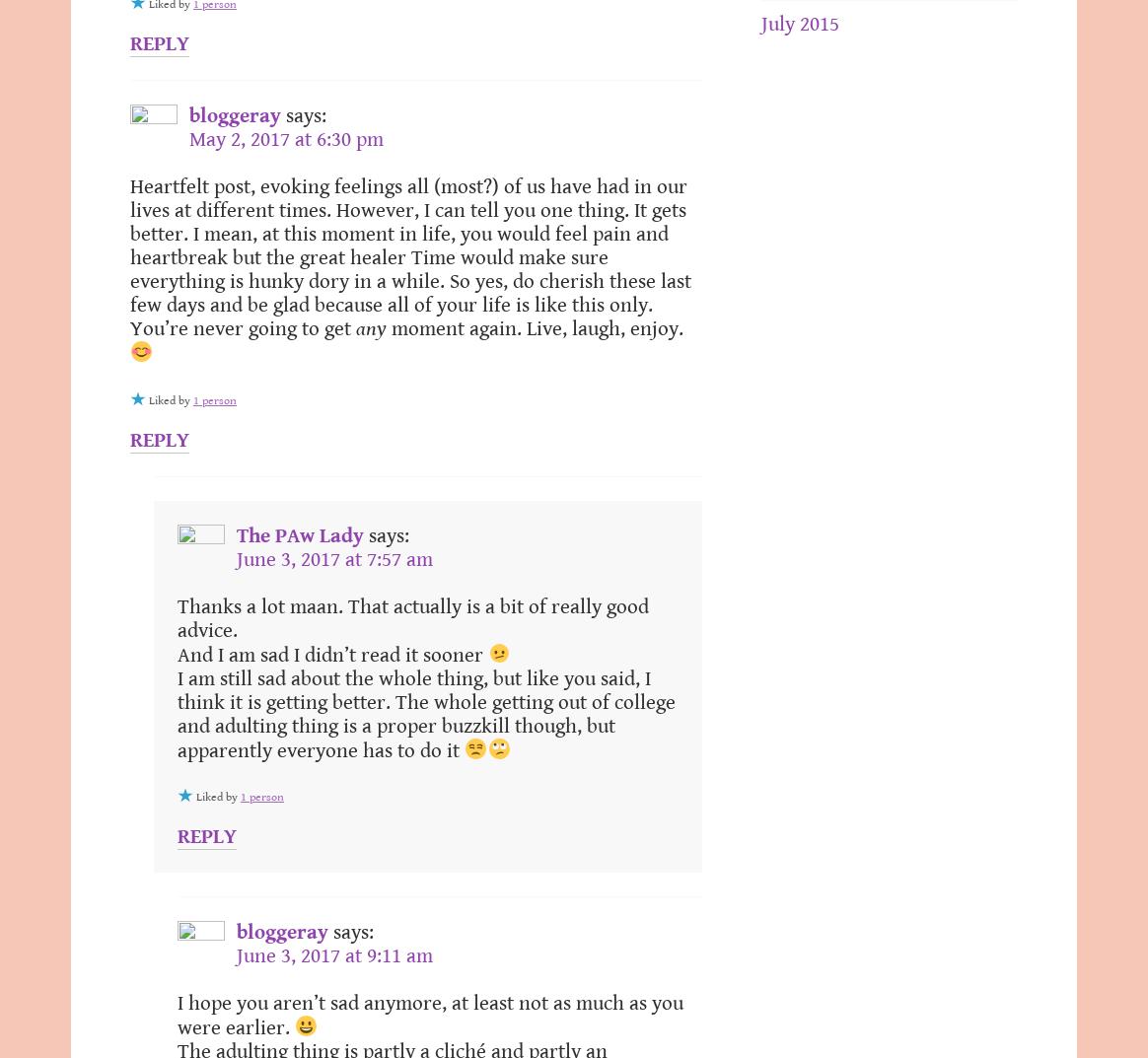  I want to click on 'I hope you aren’t sad anymore, at least not as much as you were earlier.', so click(176, 1016).